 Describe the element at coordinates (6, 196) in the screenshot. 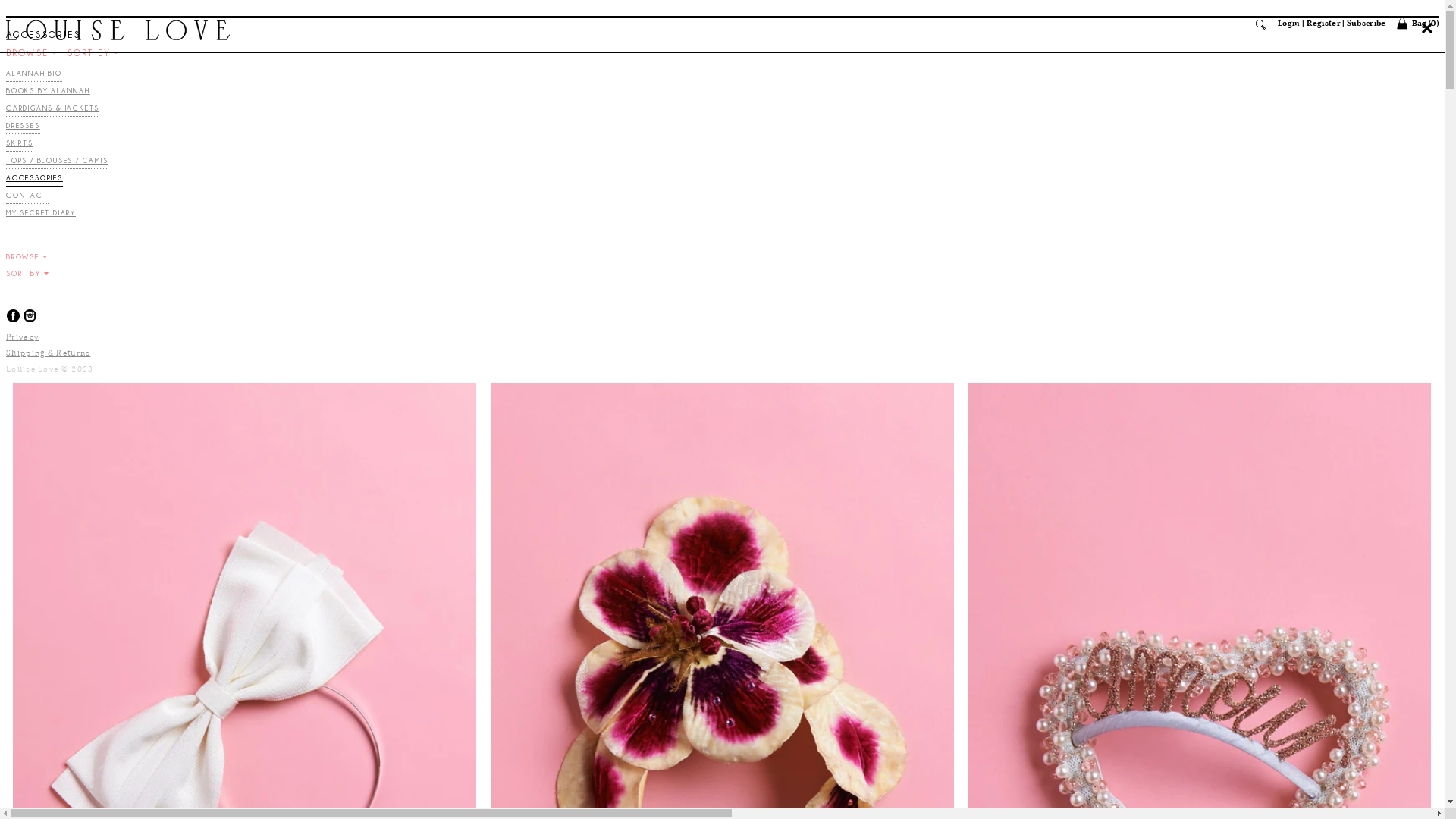

I see `'CONTACT'` at that location.